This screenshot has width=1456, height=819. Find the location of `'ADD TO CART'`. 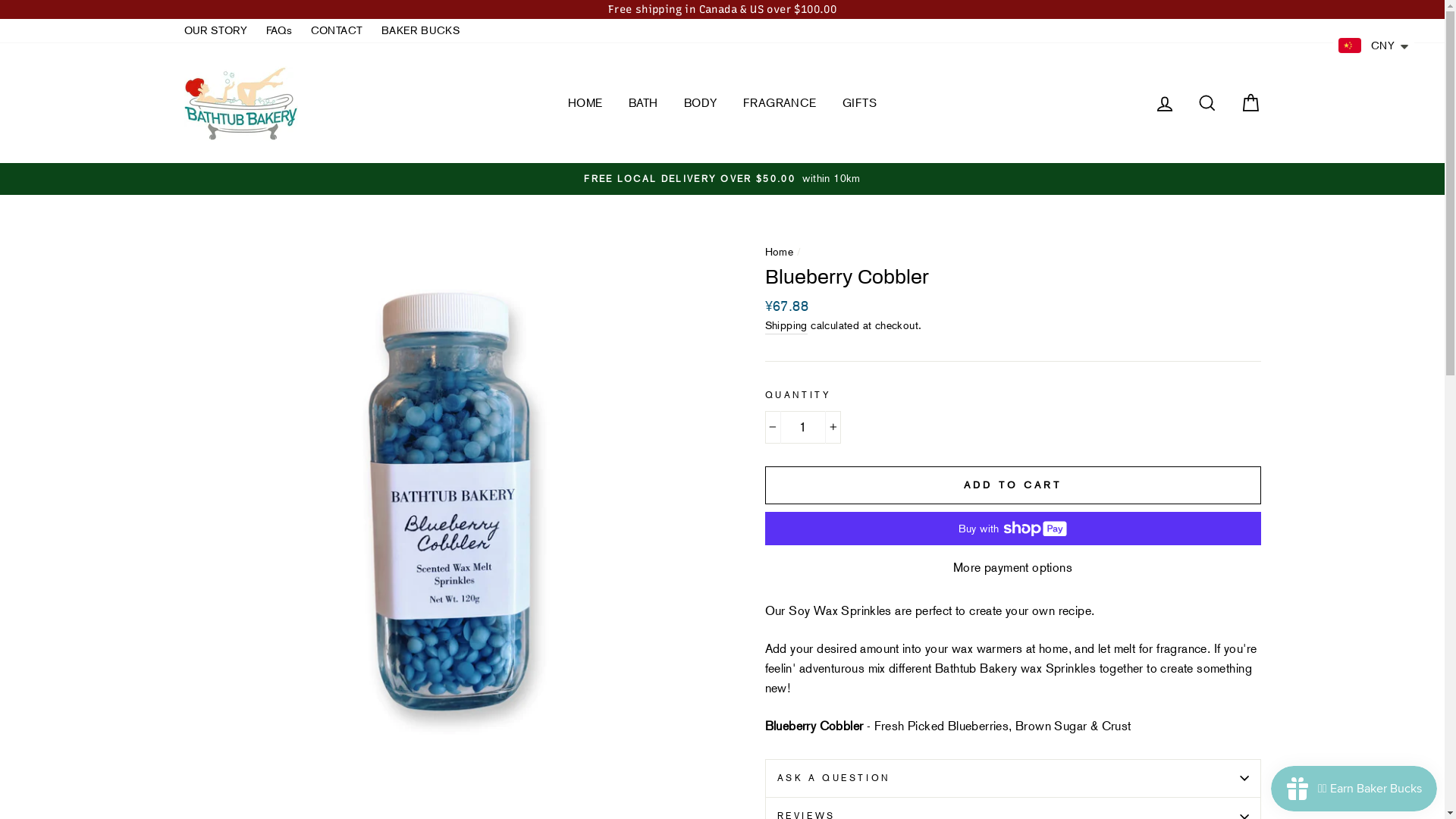

'ADD TO CART' is located at coordinates (1012, 485).